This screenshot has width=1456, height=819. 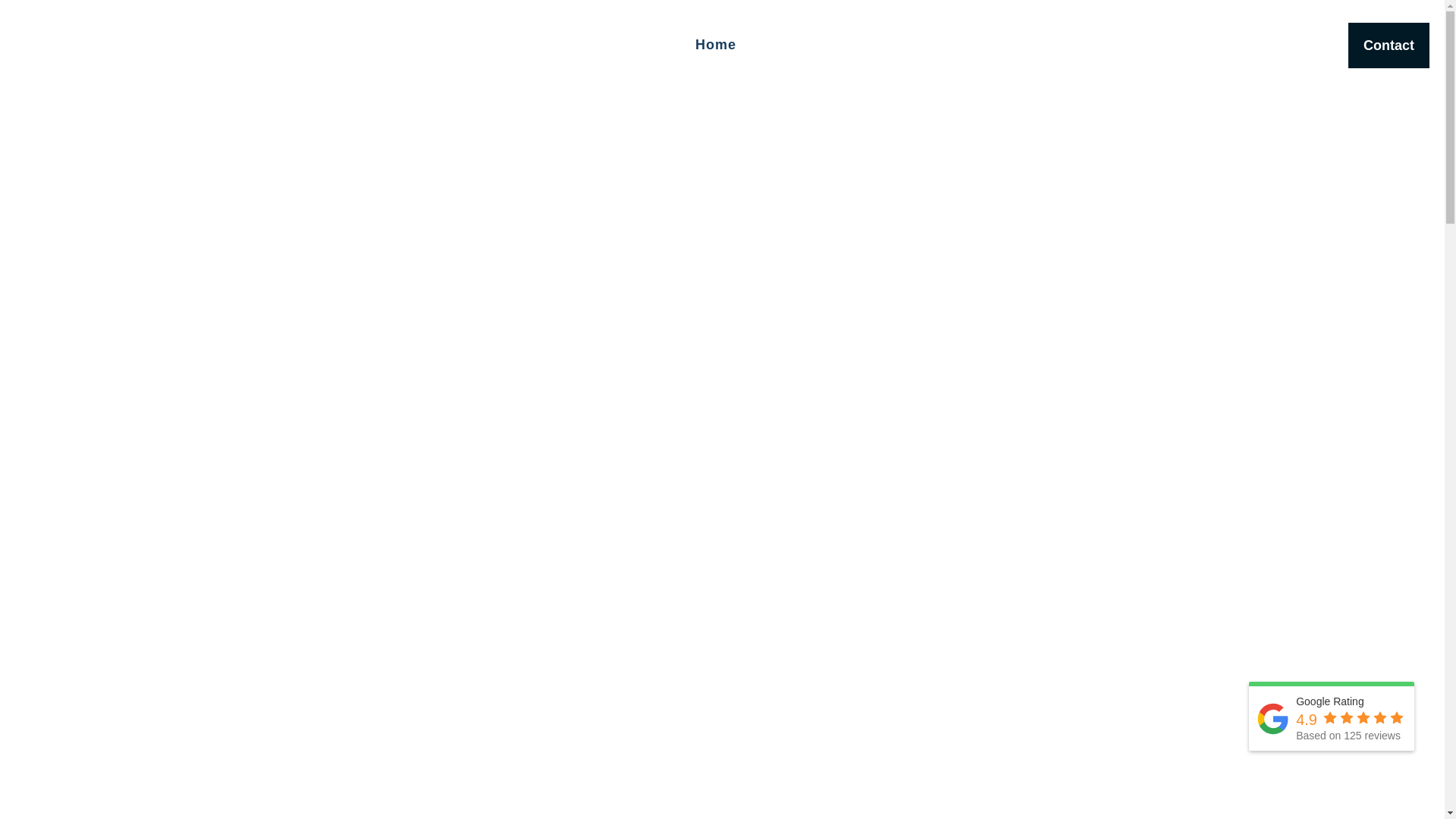 What do you see at coordinates (874, 45) in the screenshot?
I see `'Conditions'` at bounding box center [874, 45].